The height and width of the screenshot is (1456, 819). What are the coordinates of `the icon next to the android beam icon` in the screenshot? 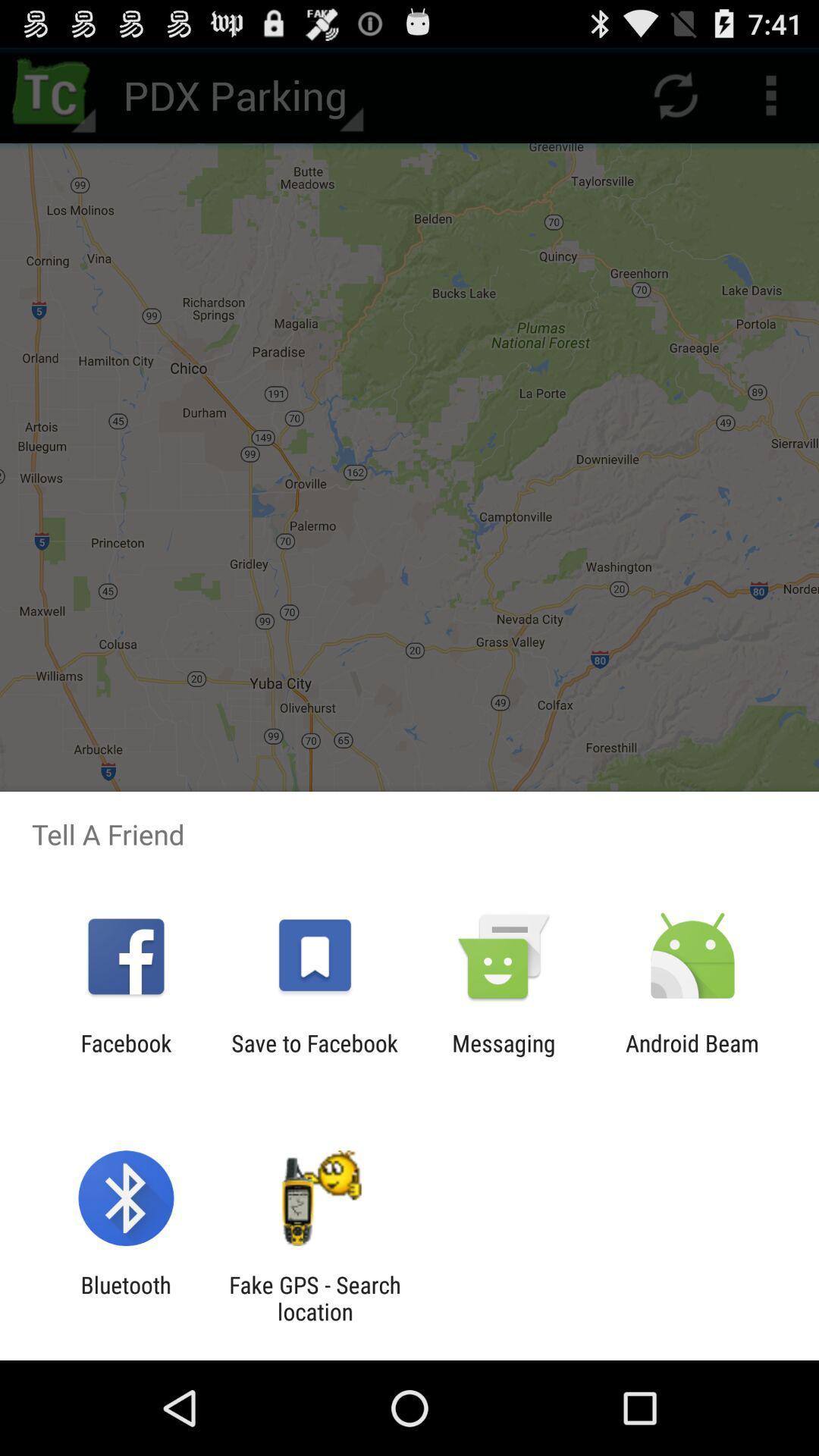 It's located at (504, 1056).